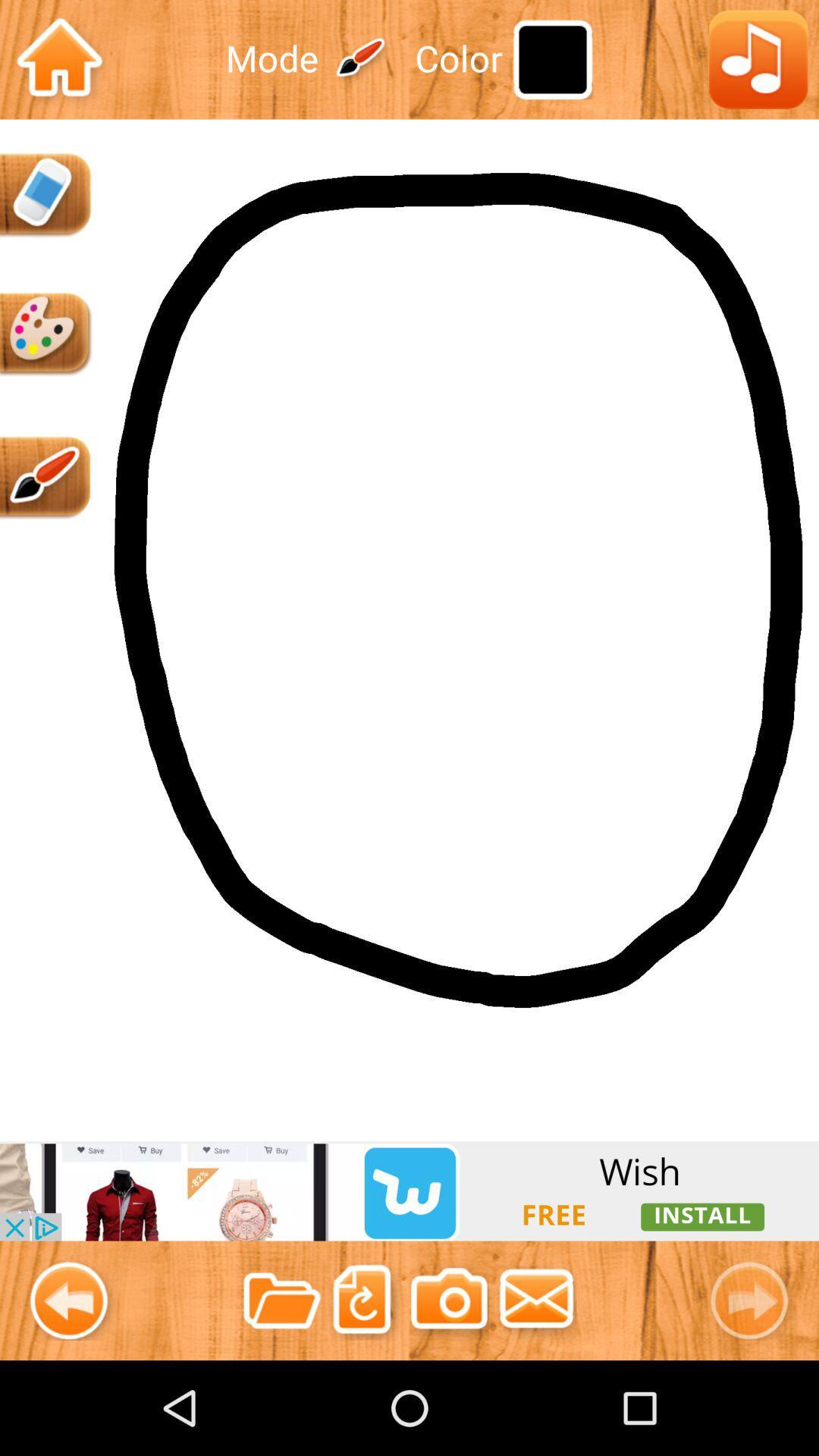  I want to click on open paint tray, so click(45, 334).